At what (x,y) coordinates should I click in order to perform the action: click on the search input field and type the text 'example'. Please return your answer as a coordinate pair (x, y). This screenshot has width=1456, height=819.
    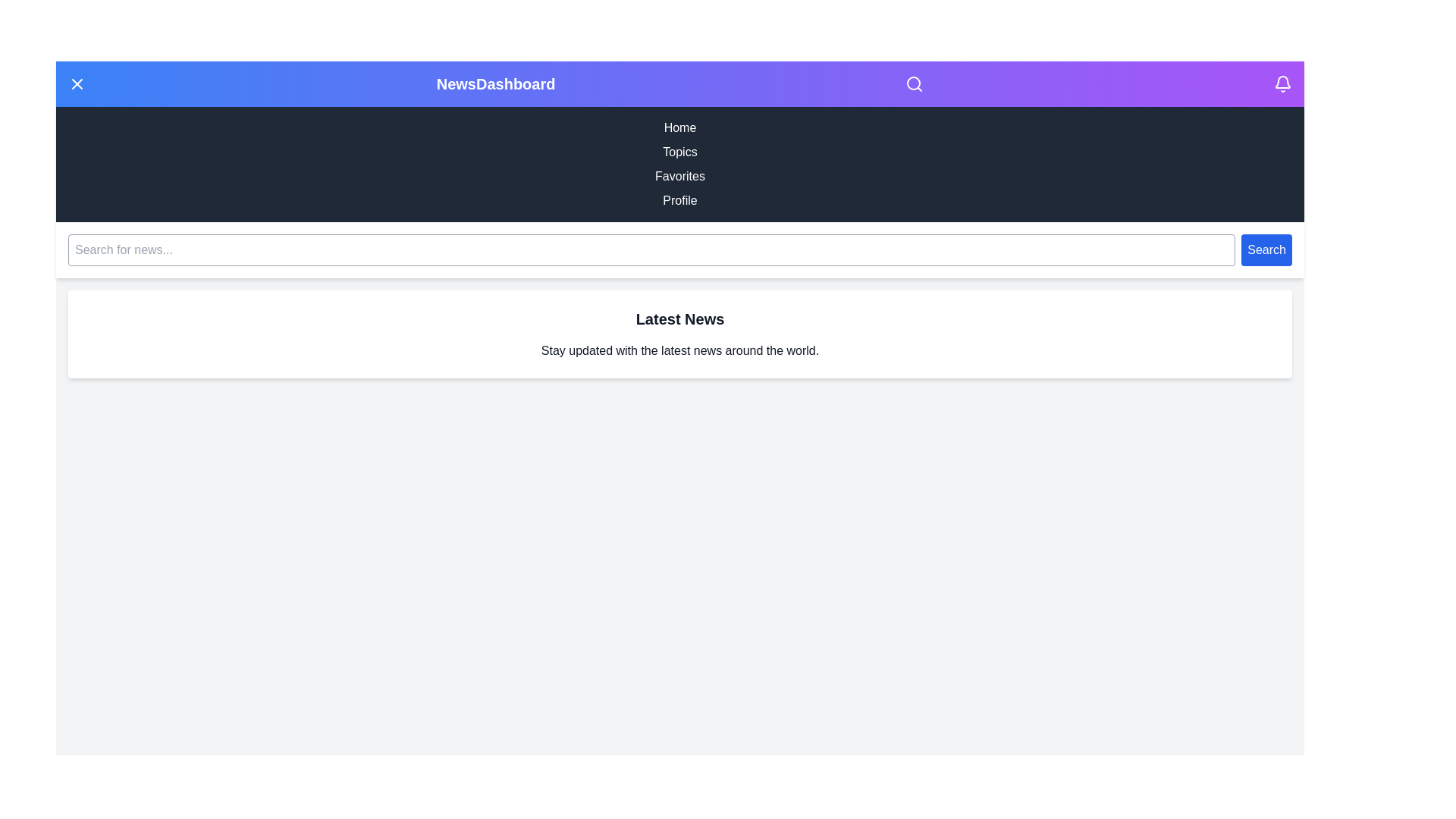
    Looking at the image, I should click on (651, 249).